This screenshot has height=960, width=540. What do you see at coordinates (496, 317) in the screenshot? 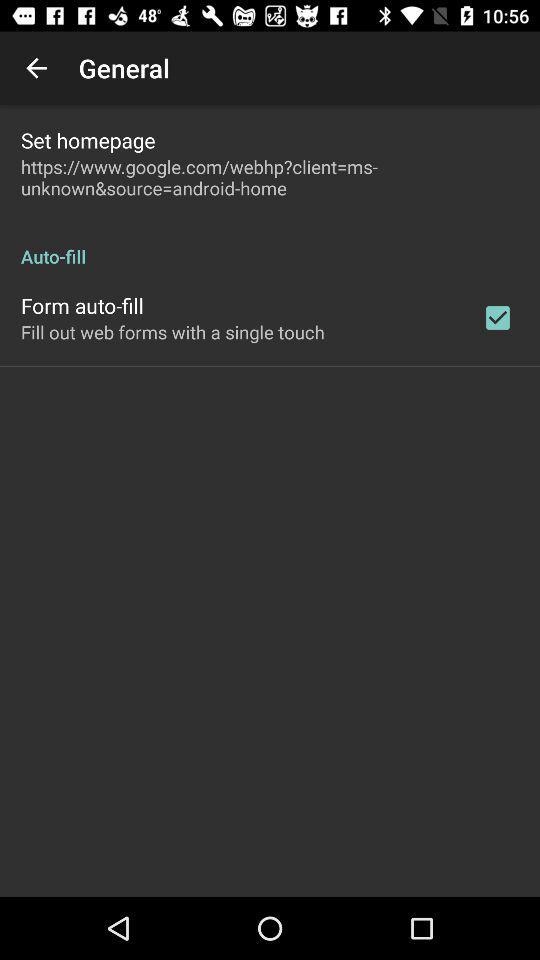
I see `app below auto-fill` at bounding box center [496, 317].